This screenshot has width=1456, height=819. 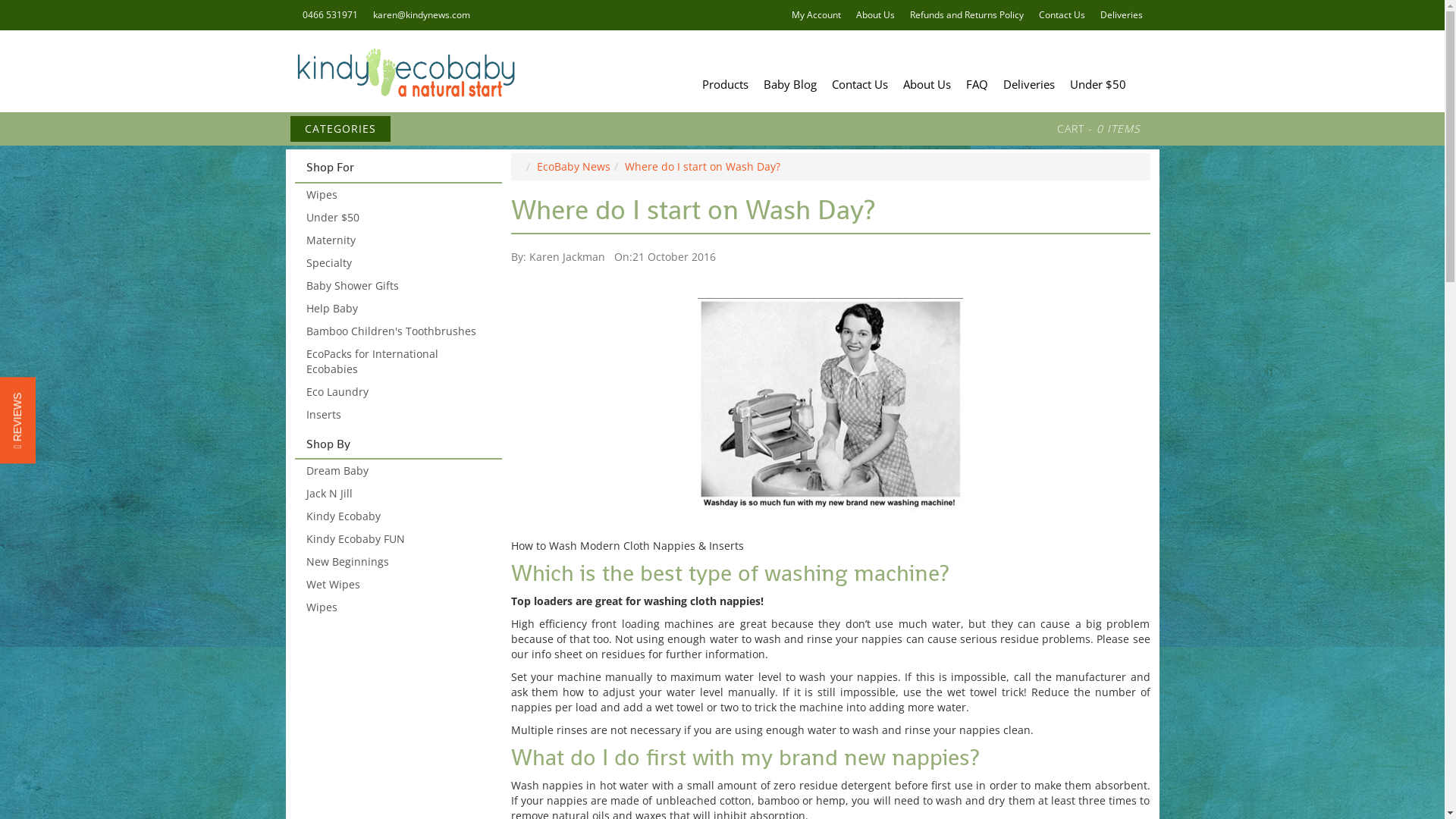 What do you see at coordinates (1031, 14) in the screenshot?
I see `'Contact Us'` at bounding box center [1031, 14].